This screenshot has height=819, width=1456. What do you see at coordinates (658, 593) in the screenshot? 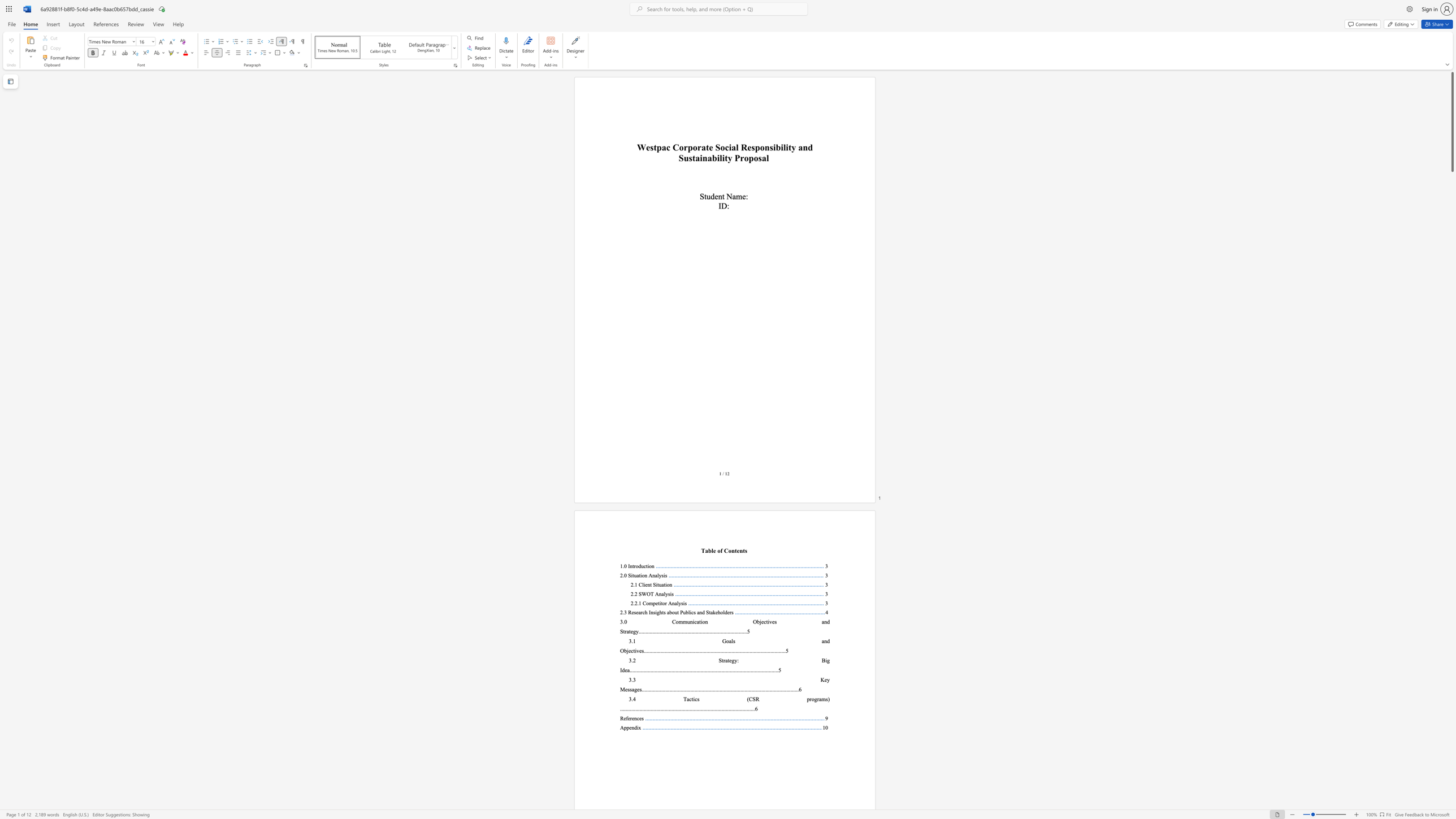
I see `the subset text "nalysis" within the text "2.2 SWOT Analysis"` at bounding box center [658, 593].